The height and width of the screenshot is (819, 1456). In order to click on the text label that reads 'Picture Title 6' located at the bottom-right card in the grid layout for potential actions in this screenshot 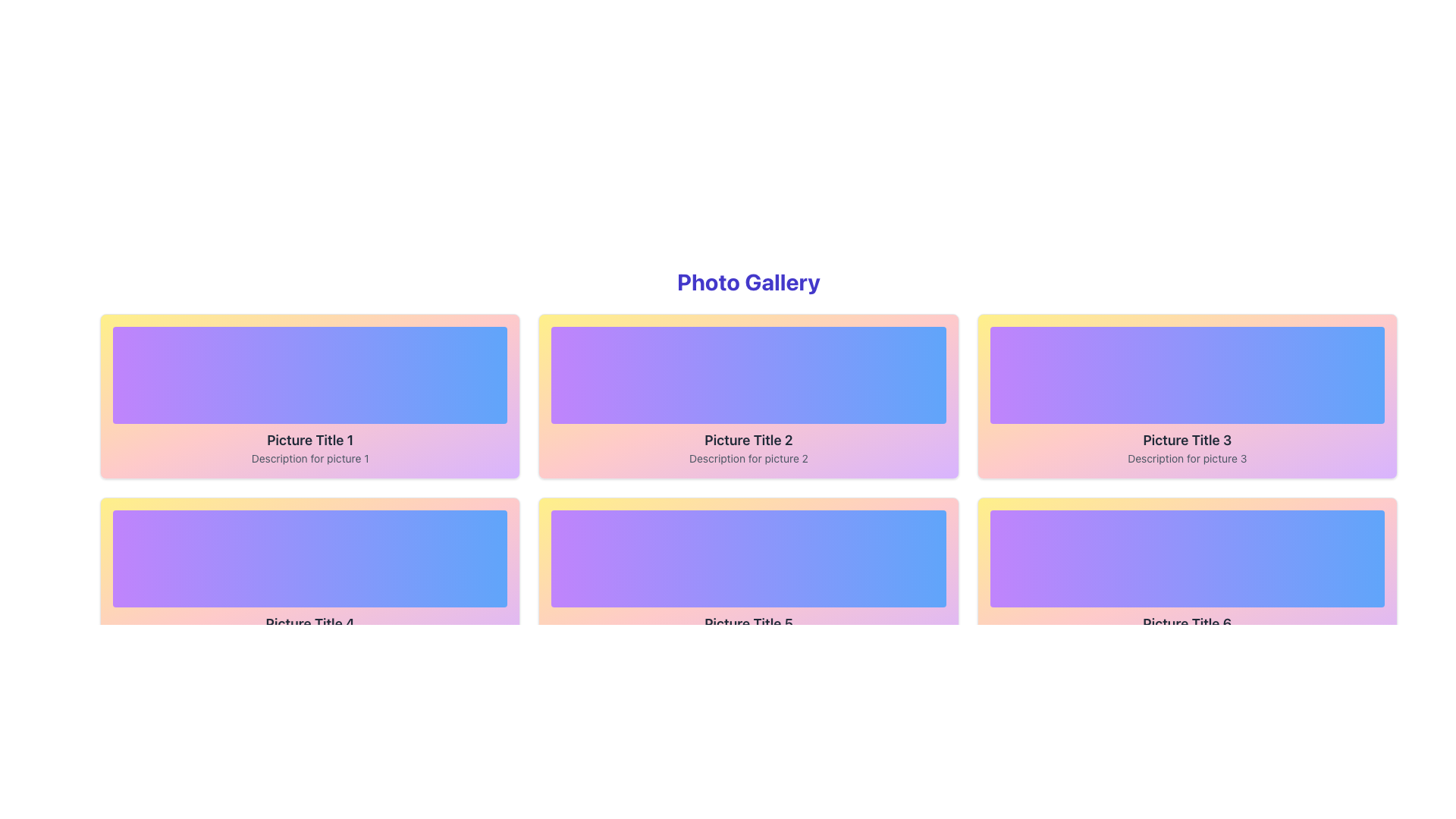, I will do `click(1186, 623)`.